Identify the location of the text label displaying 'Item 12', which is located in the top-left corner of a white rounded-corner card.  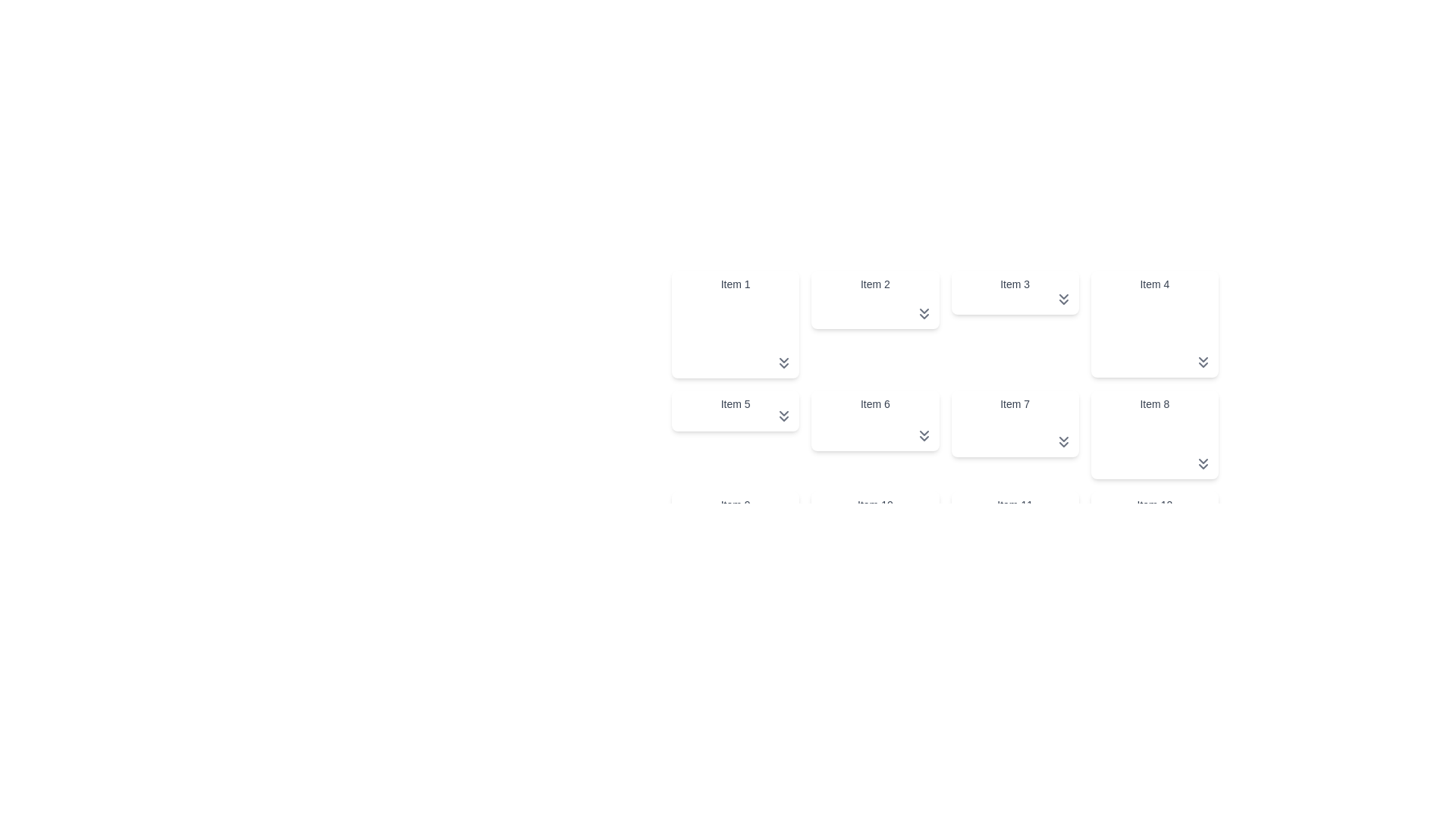
(1153, 504).